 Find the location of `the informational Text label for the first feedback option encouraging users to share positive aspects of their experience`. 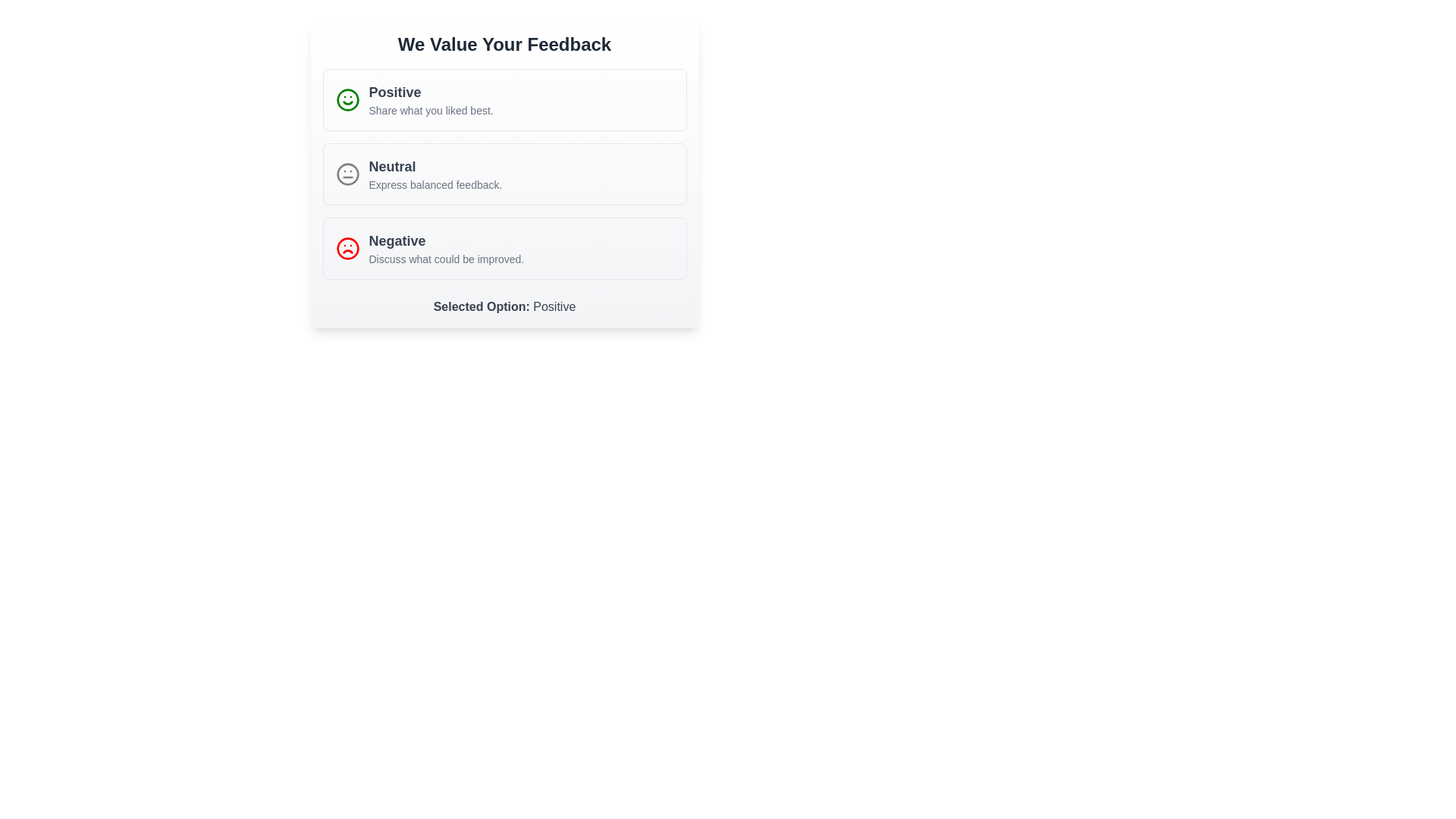

the informational Text label for the first feedback option encouraging users to share positive aspects of their experience is located at coordinates (430, 99).